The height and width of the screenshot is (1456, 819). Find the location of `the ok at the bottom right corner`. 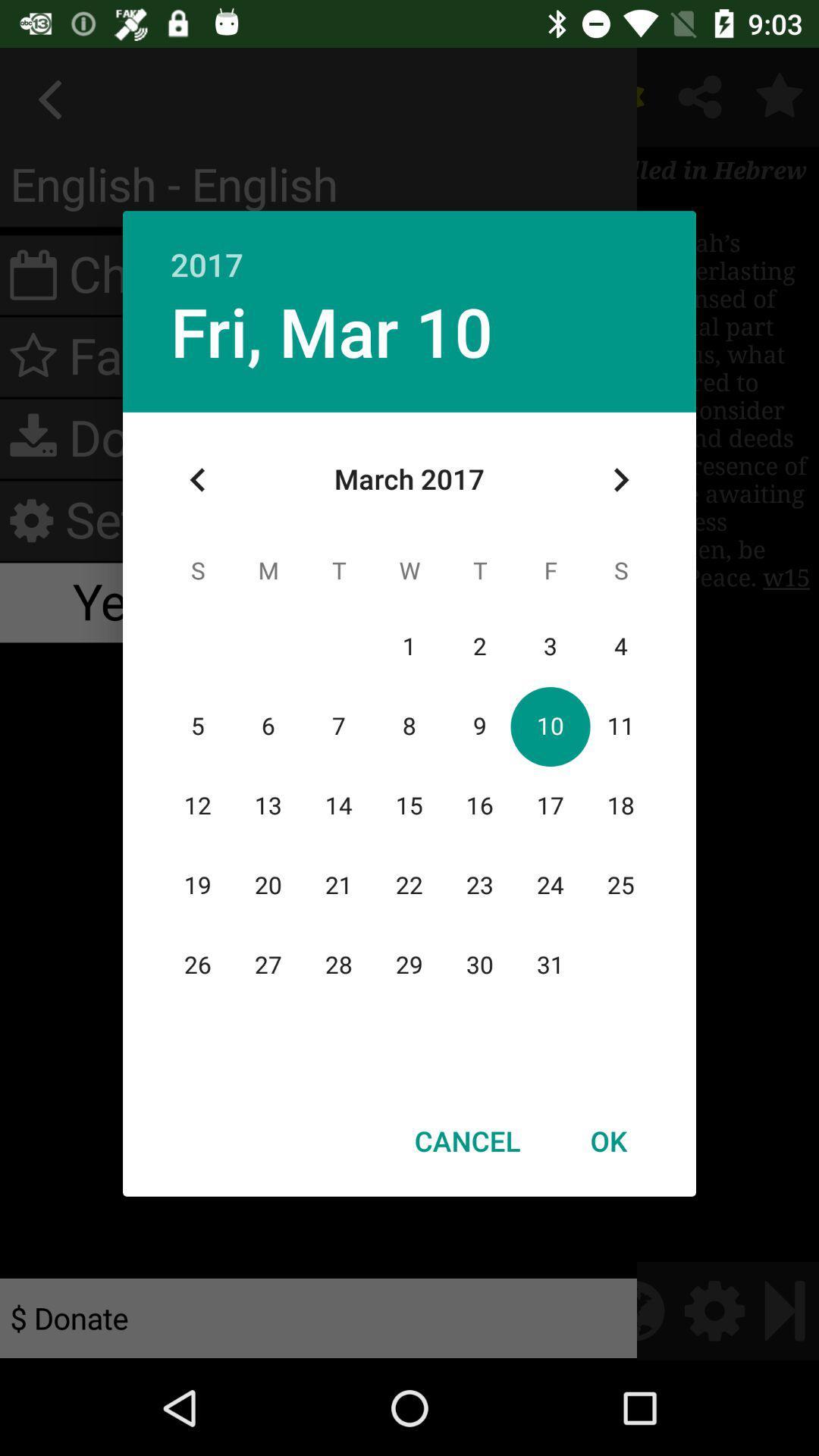

the ok at the bottom right corner is located at coordinates (607, 1141).